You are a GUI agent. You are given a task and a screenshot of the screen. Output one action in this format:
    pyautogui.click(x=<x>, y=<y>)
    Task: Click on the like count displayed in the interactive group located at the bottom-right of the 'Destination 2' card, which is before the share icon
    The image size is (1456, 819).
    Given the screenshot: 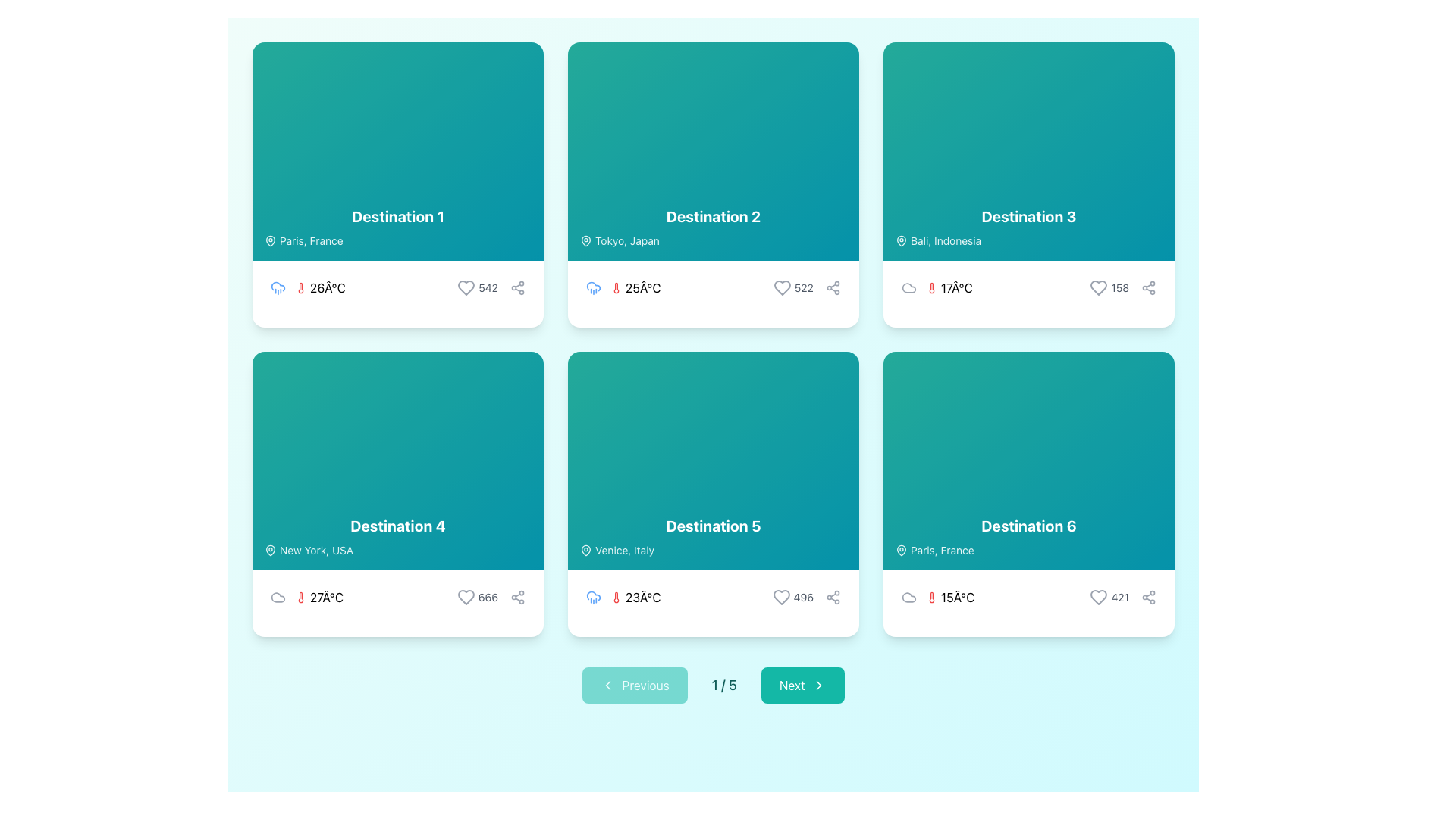 What is the action you would take?
    pyautogui.click(x=792, y=288)
    